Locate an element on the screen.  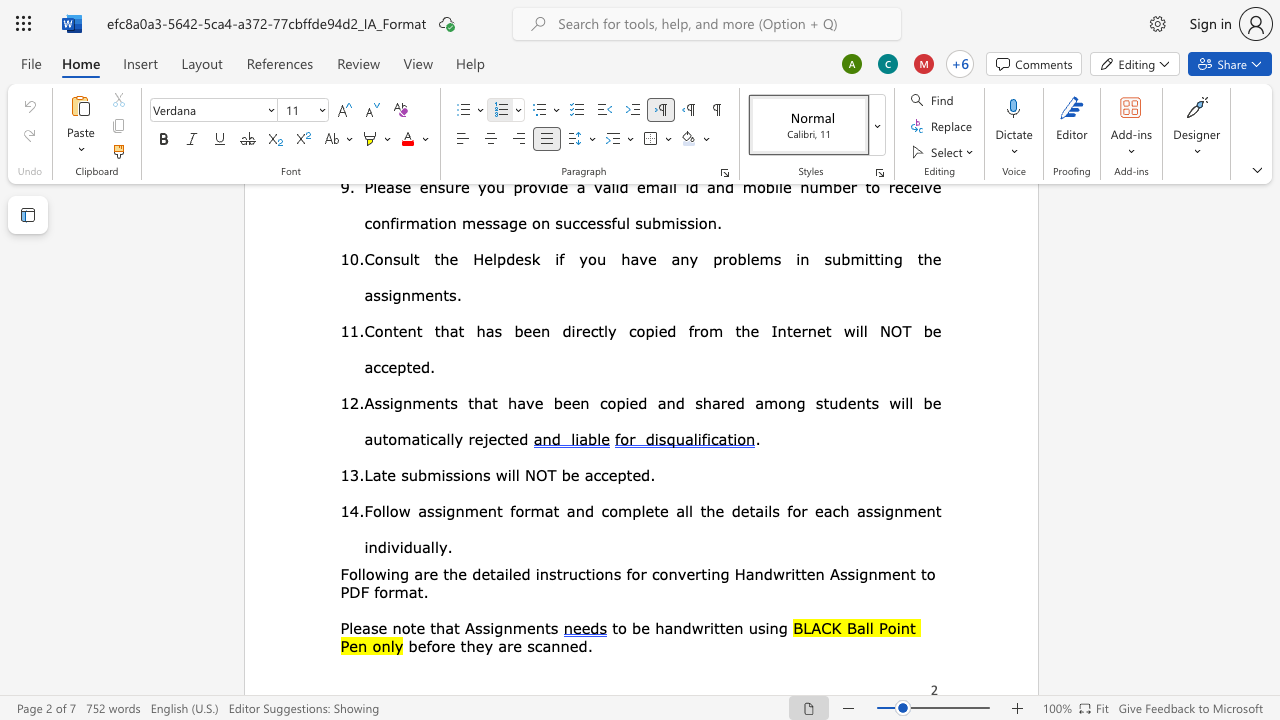
the space between the continuous character "o" and "w" in the text is located at coordinates (375, 573).